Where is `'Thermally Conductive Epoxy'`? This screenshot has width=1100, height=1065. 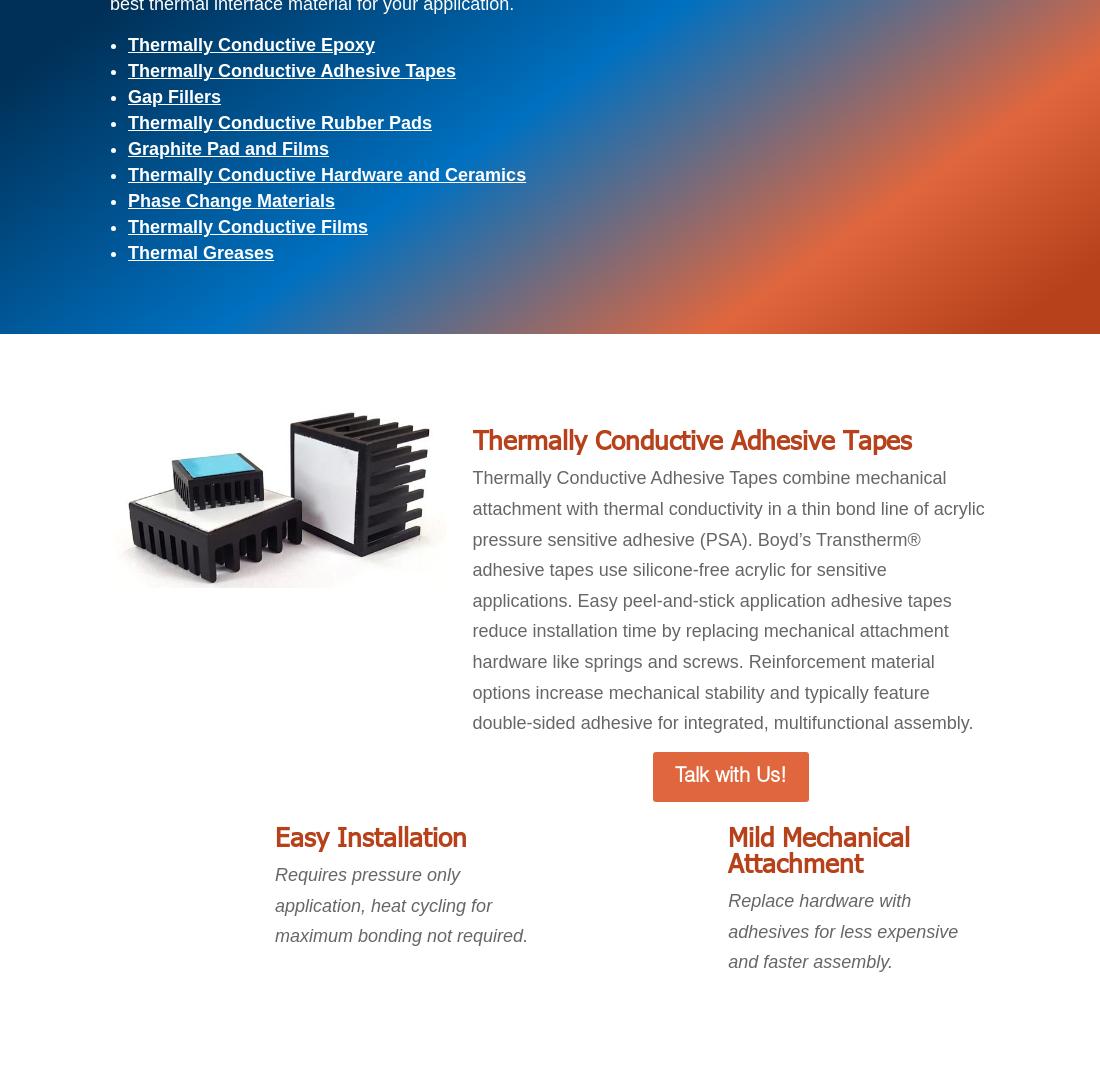 'Thermally Conductive Epoxy' is located at coordinates (251, 44).